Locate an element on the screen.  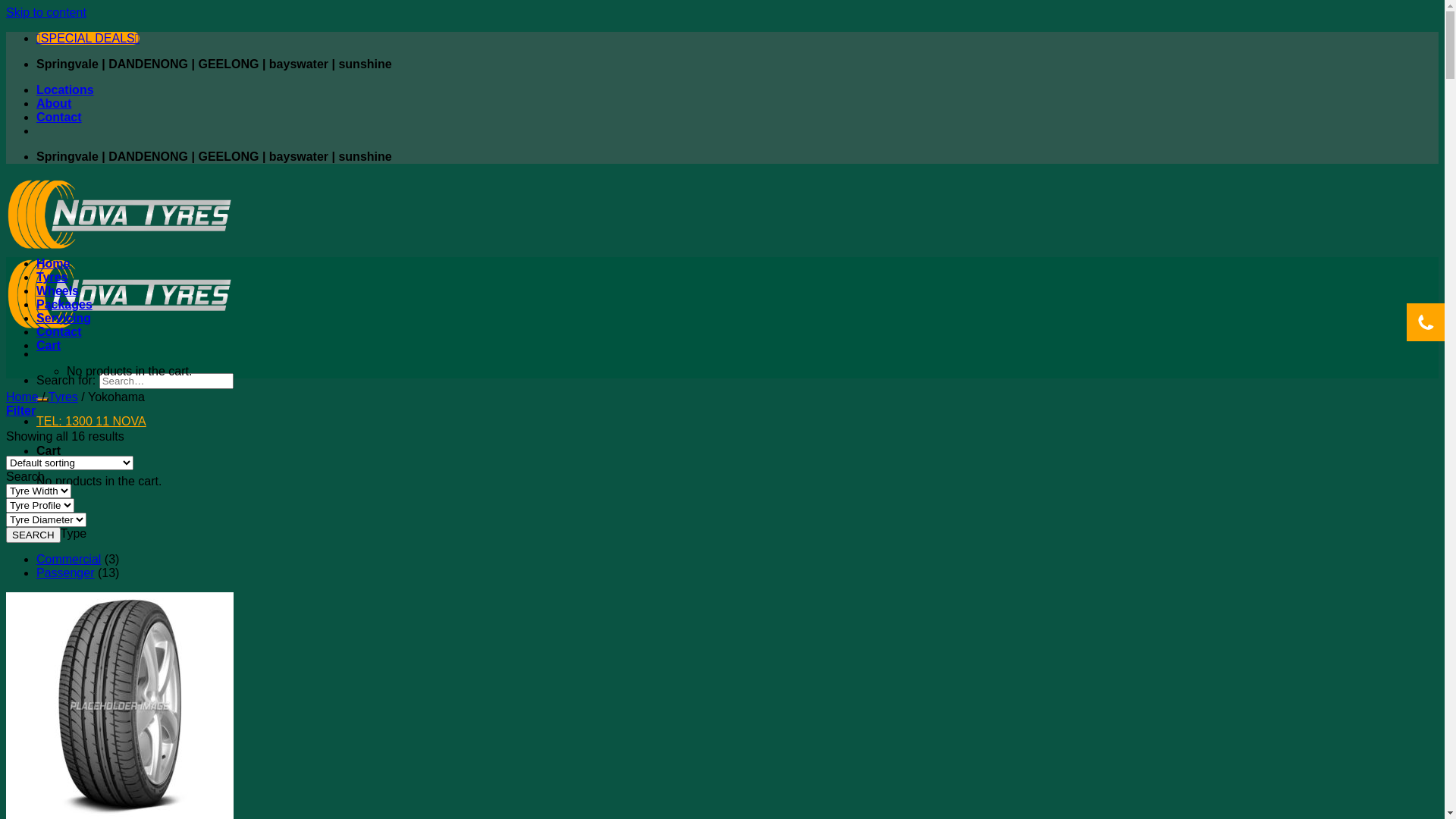
'Passenger' is located at coordinates (64, 573).